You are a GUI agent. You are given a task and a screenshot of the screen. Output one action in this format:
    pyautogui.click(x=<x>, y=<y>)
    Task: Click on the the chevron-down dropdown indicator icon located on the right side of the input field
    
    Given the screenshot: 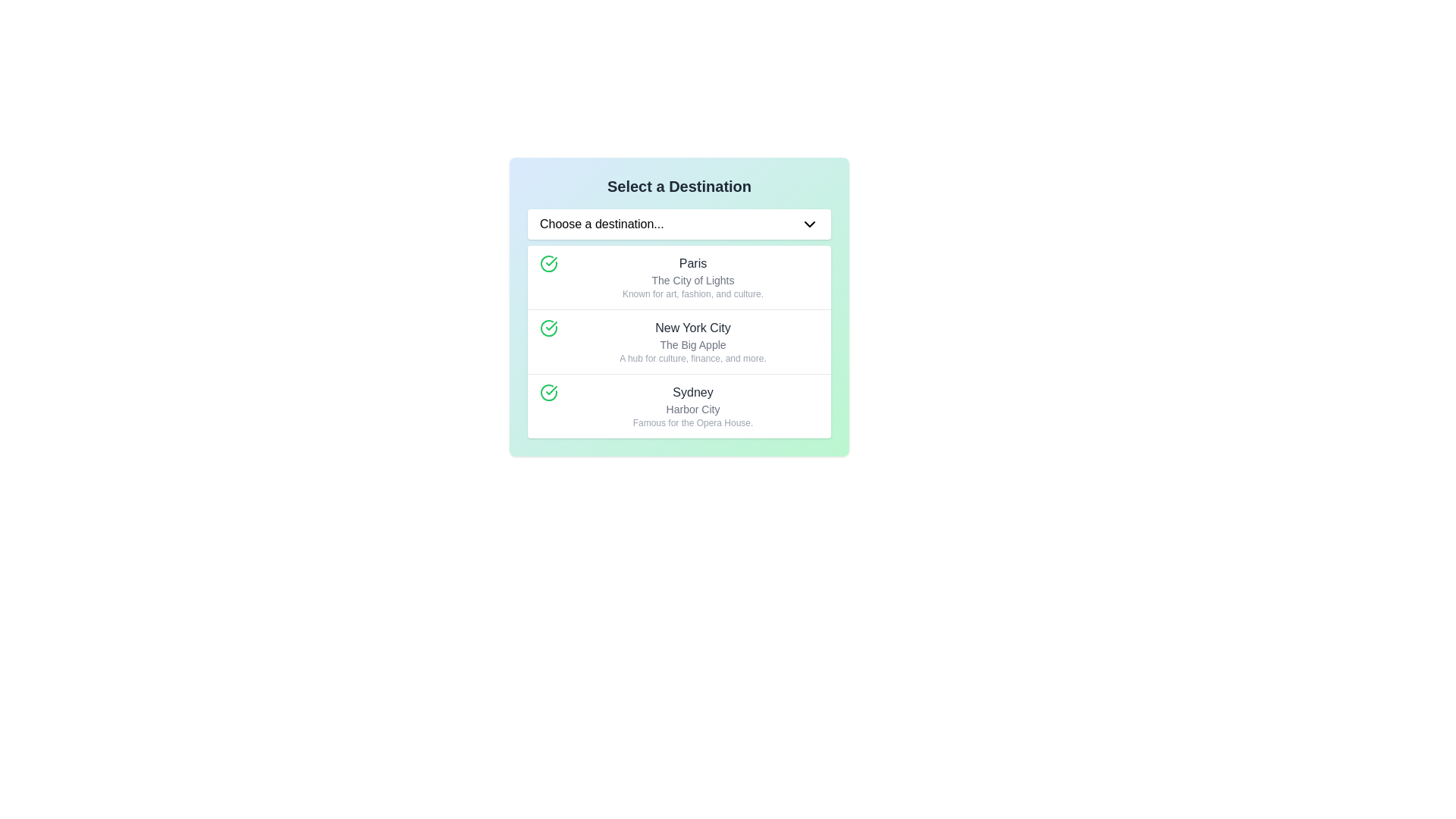 What is the action you would take?
    pyautogui.click(x=809, y=224)
    